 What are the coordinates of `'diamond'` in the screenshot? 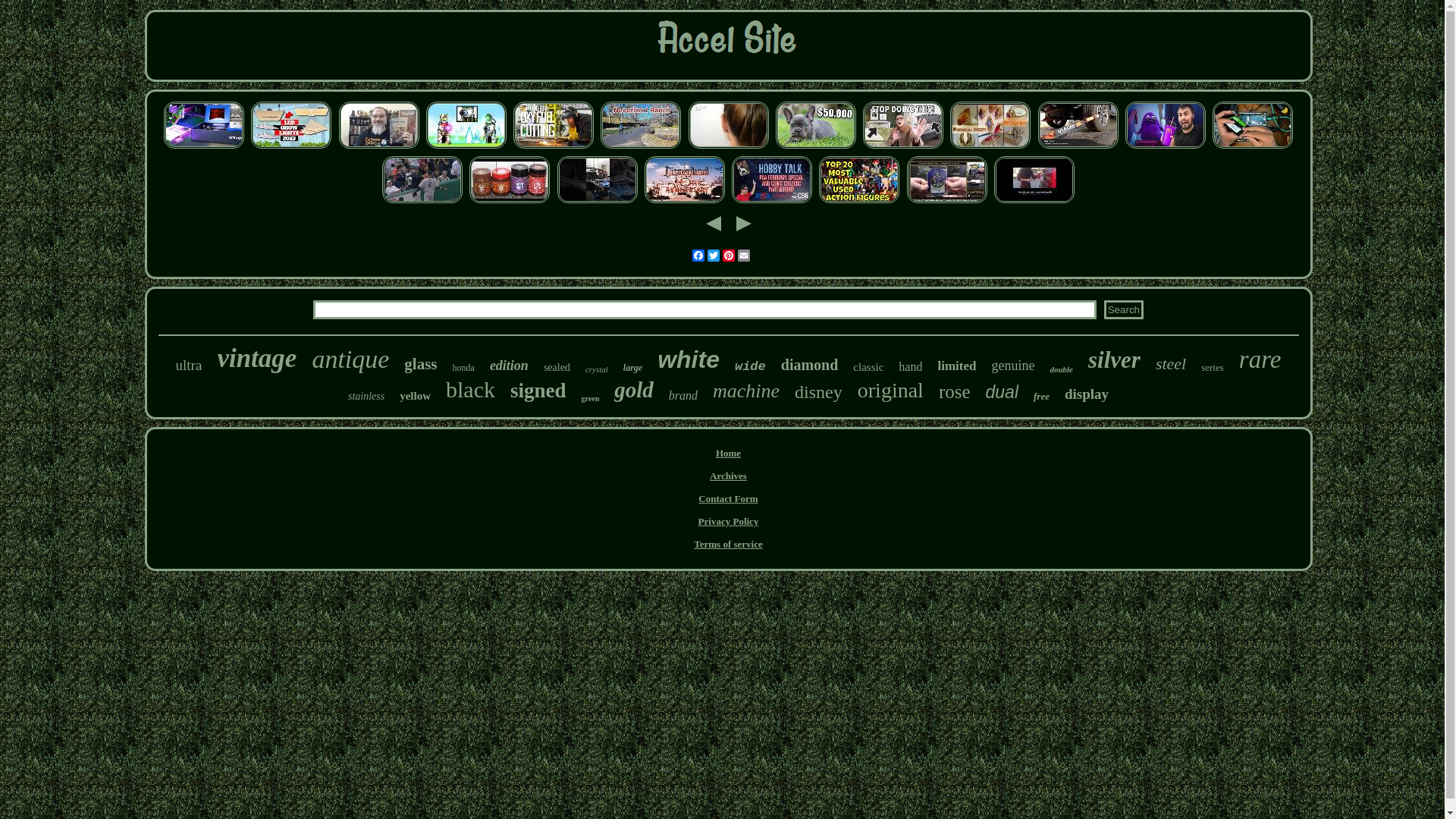 It's located at (809, 365).